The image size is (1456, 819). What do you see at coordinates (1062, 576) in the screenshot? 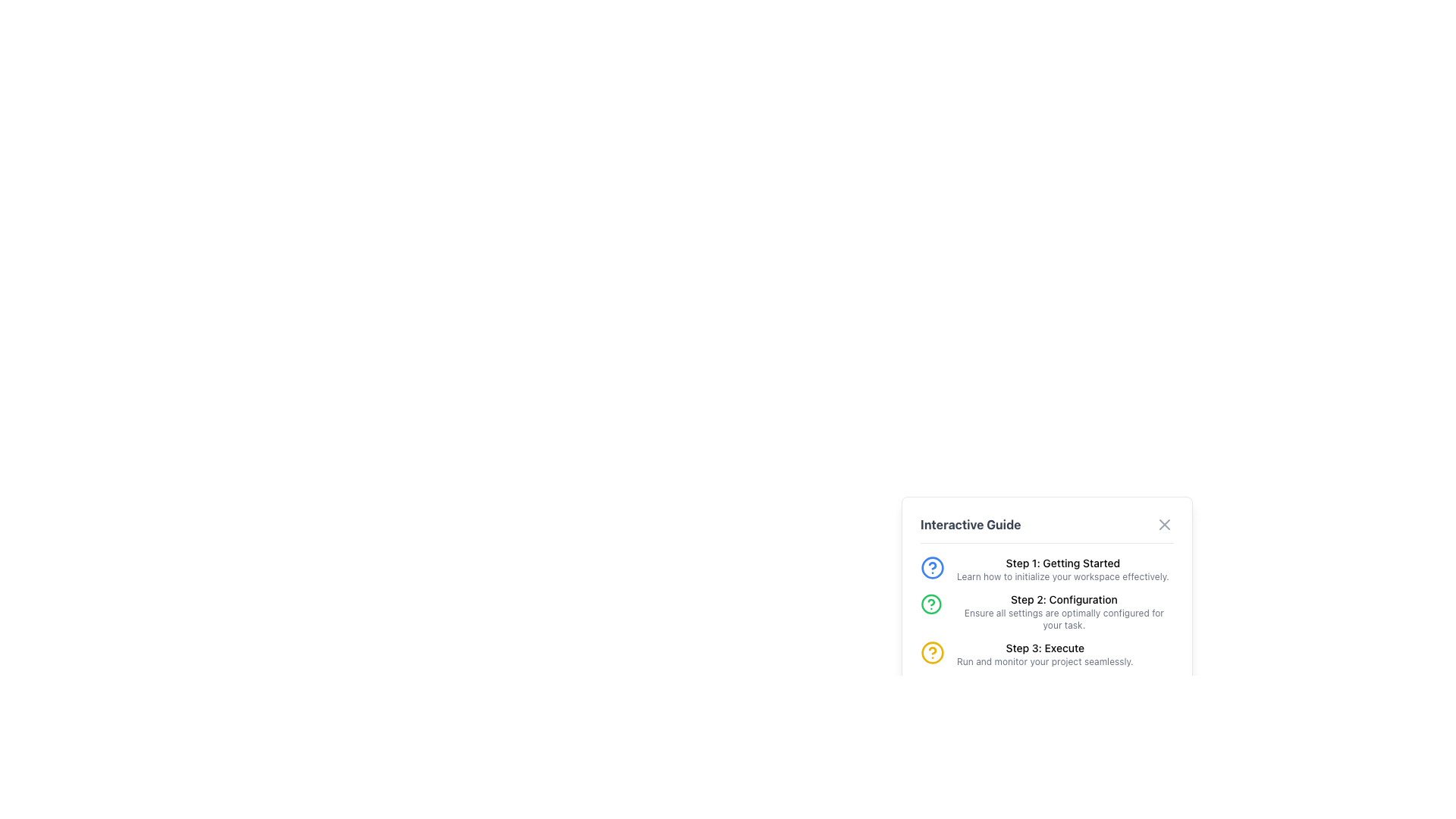
I see `the description text for 'Step 1: Getting Started' in the interactive guide, which provides guidance for initializing the workspace` at bounding box center [1062, 576].